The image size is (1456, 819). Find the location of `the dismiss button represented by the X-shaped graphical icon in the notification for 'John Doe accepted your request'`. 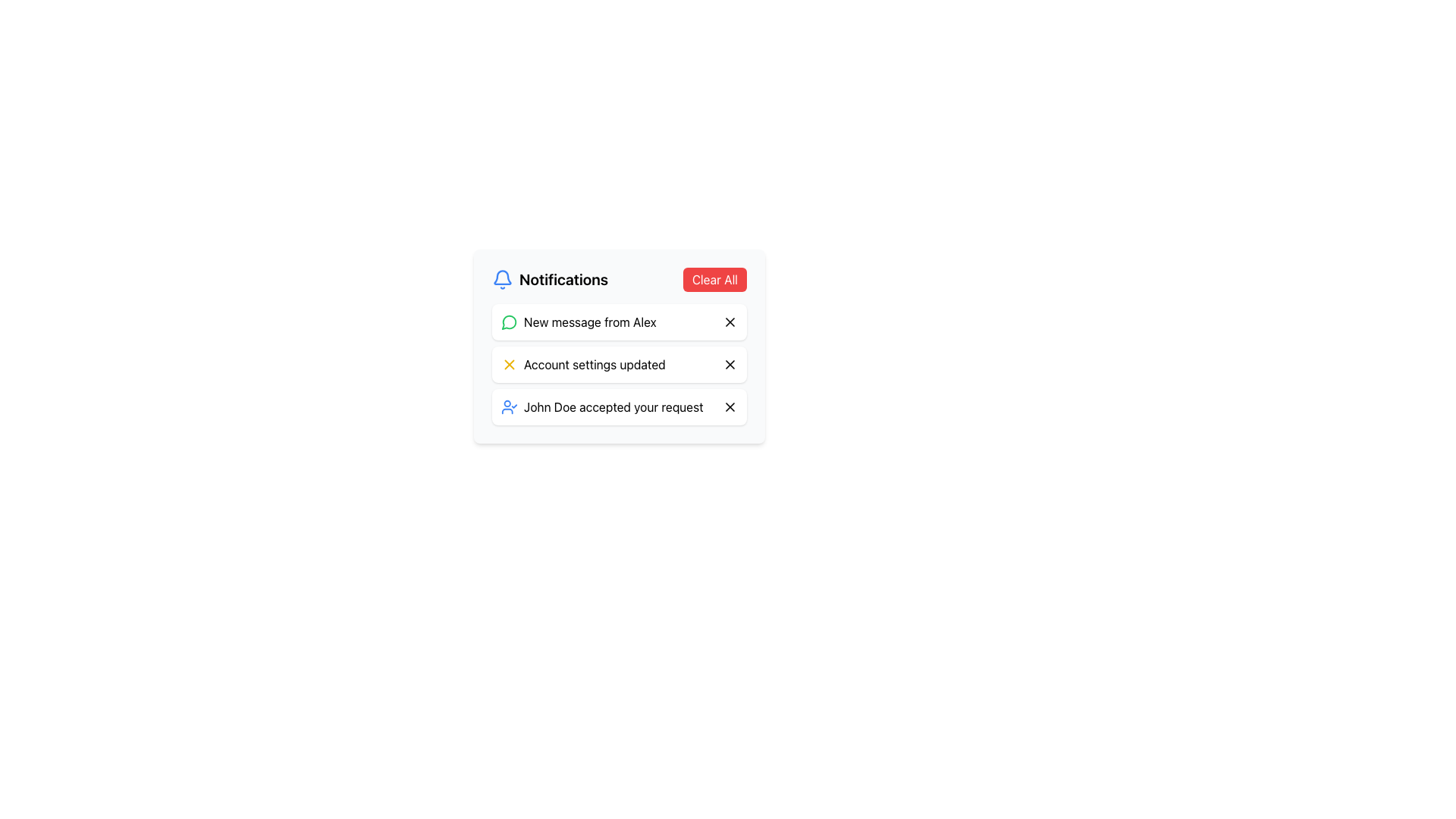

the dismiss button represented by the X-shaped graphical icon in the notification for 'John Doe accepted your request' is located at coordinates (730, 406).